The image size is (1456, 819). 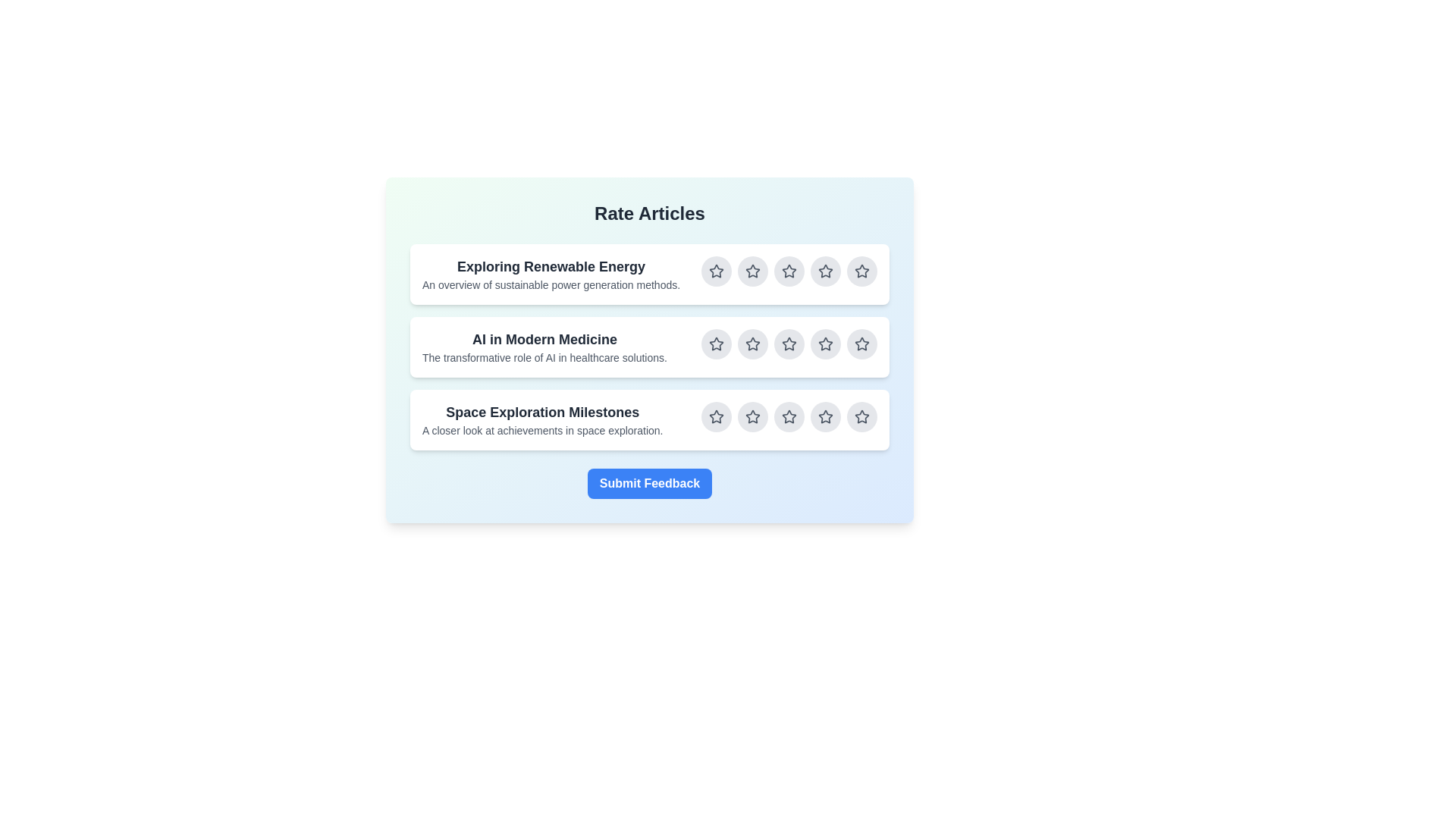 What do you see at coordinates (789, 271) in the screenshot?
I see `the rating for an article to 3 stars by clicking on the corresponding star` at bounding box center [789, 271].